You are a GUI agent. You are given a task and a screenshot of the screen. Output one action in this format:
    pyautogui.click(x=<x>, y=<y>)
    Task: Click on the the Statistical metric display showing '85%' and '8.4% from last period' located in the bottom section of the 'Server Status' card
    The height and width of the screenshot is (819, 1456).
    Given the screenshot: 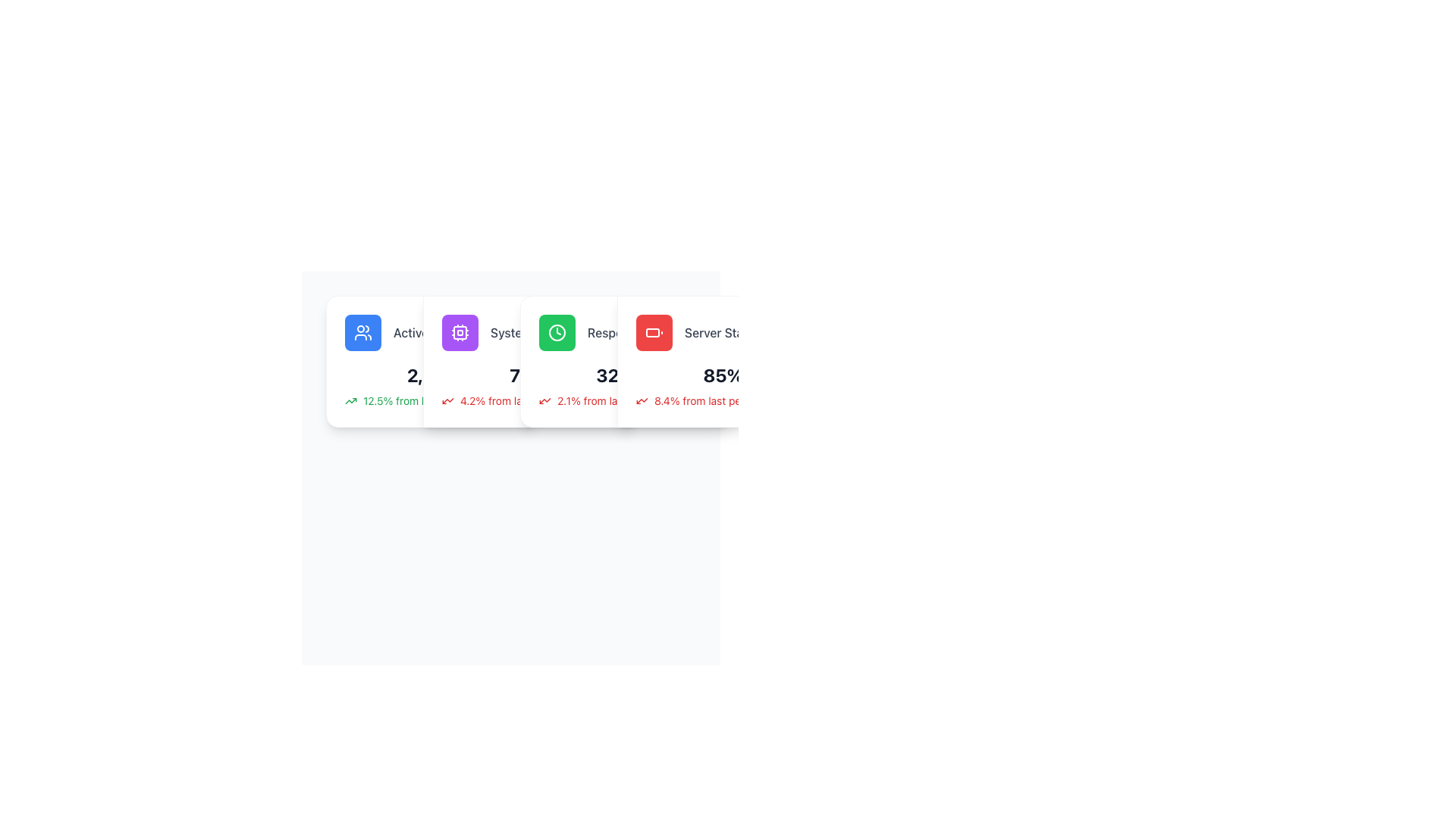 What is the action you would take?
    pyautogui.click(x=723, y=385)
    